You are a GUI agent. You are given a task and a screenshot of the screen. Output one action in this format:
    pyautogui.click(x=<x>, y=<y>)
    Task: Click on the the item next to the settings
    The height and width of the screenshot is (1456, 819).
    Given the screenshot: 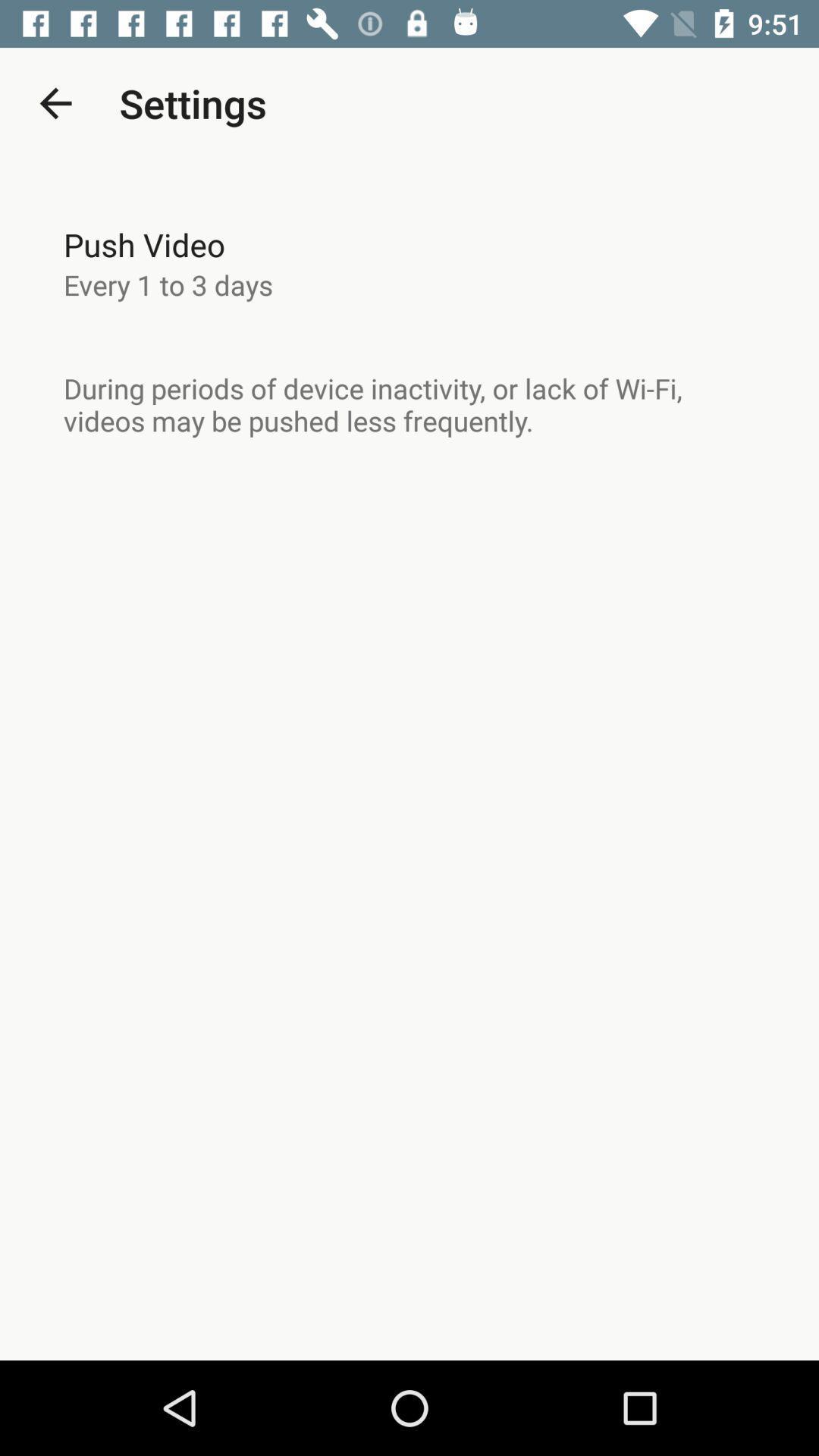 What is the action you would take?
    pyautogui.click(x=55, y=102)
    